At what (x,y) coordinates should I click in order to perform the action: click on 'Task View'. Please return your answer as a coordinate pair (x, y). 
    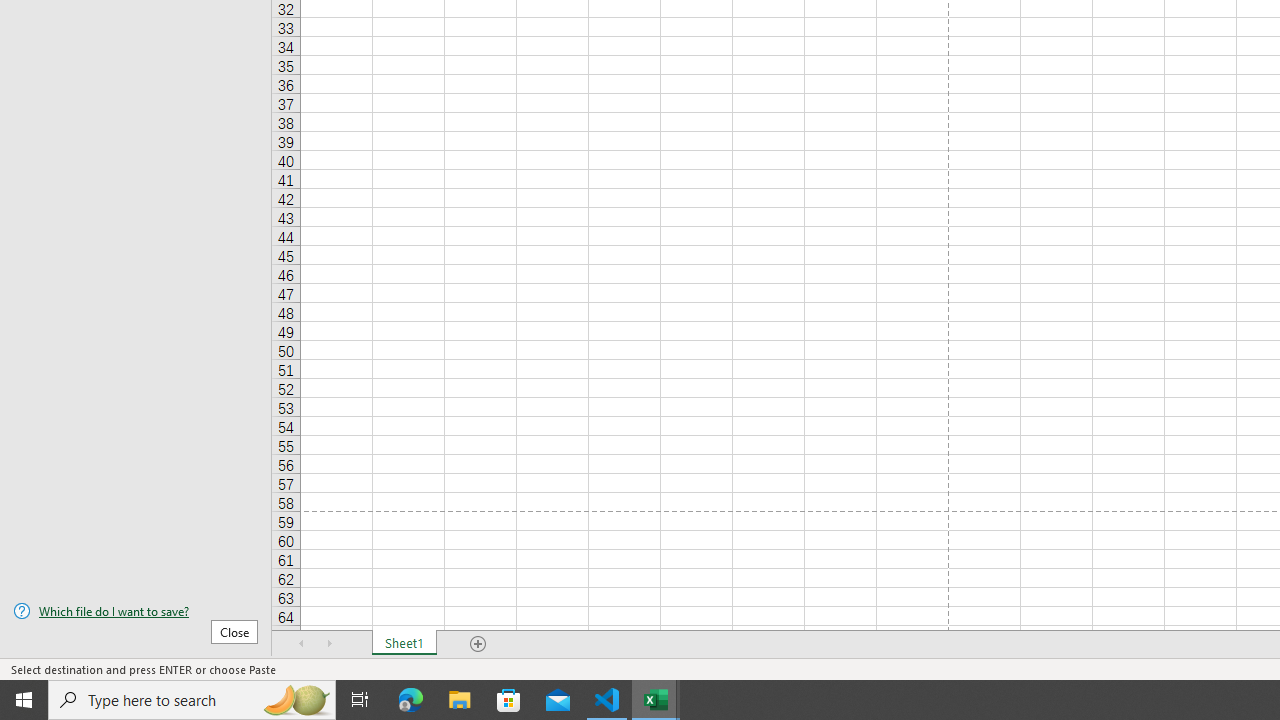
    Looking at the image, I should click on (359, 698).